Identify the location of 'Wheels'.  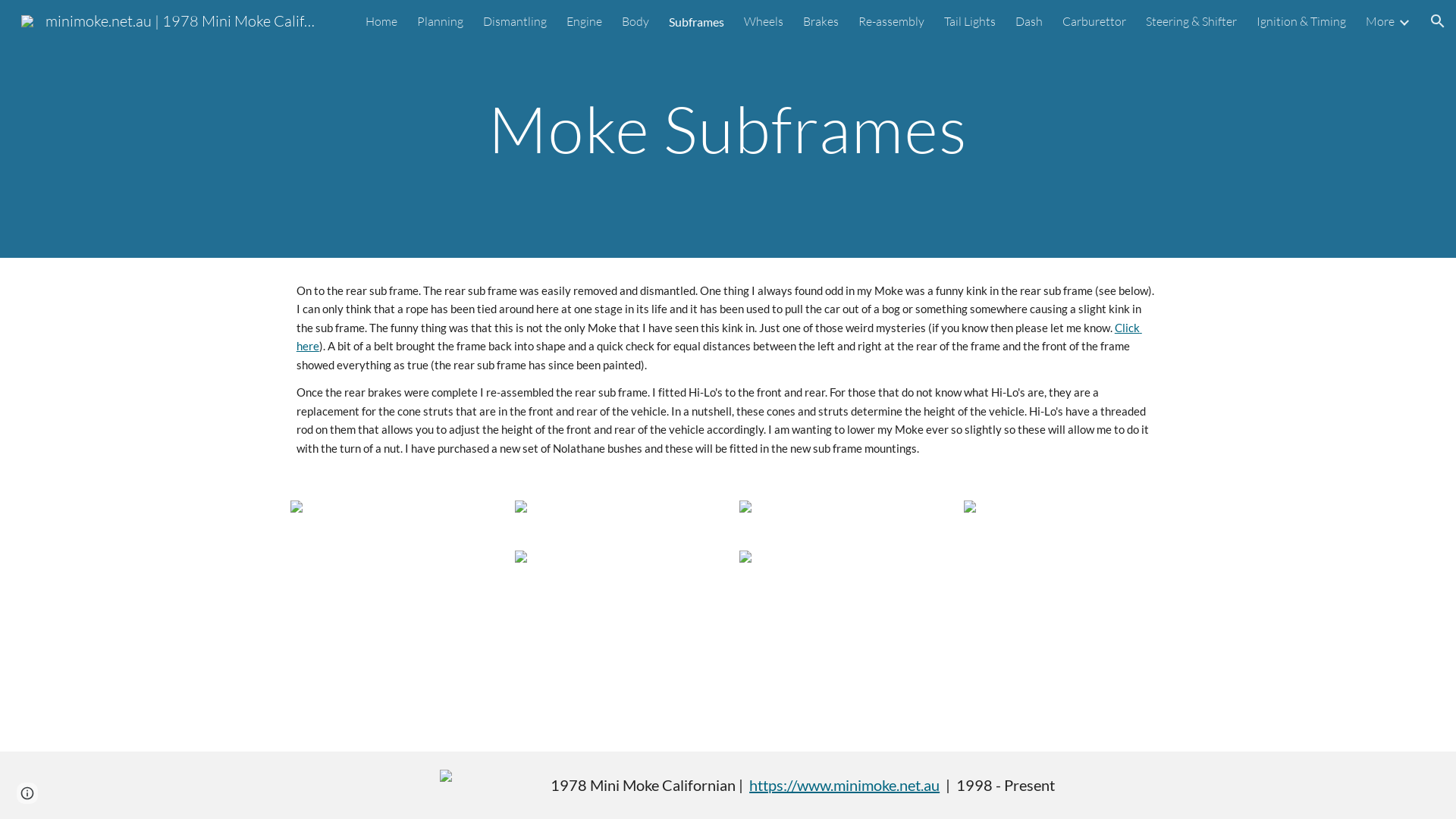
(764, 20).